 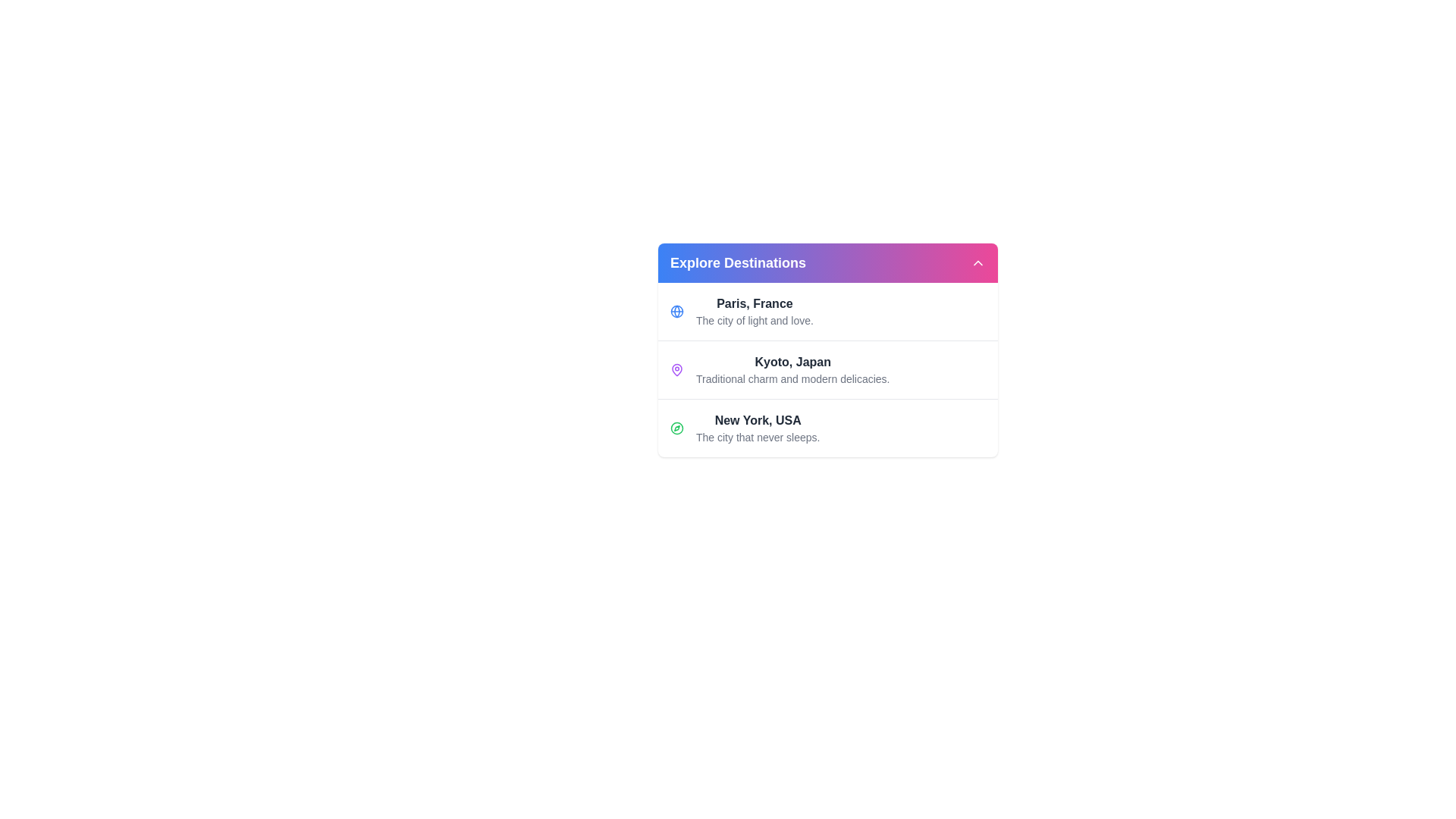 What do you see at coordinates (792, 378) in the screenshot?
I see `the descriptive text element located beneath 'Kyoto, Japan' in the list under the header 'Explore Destinations.'` at bounding box center [792, 378].